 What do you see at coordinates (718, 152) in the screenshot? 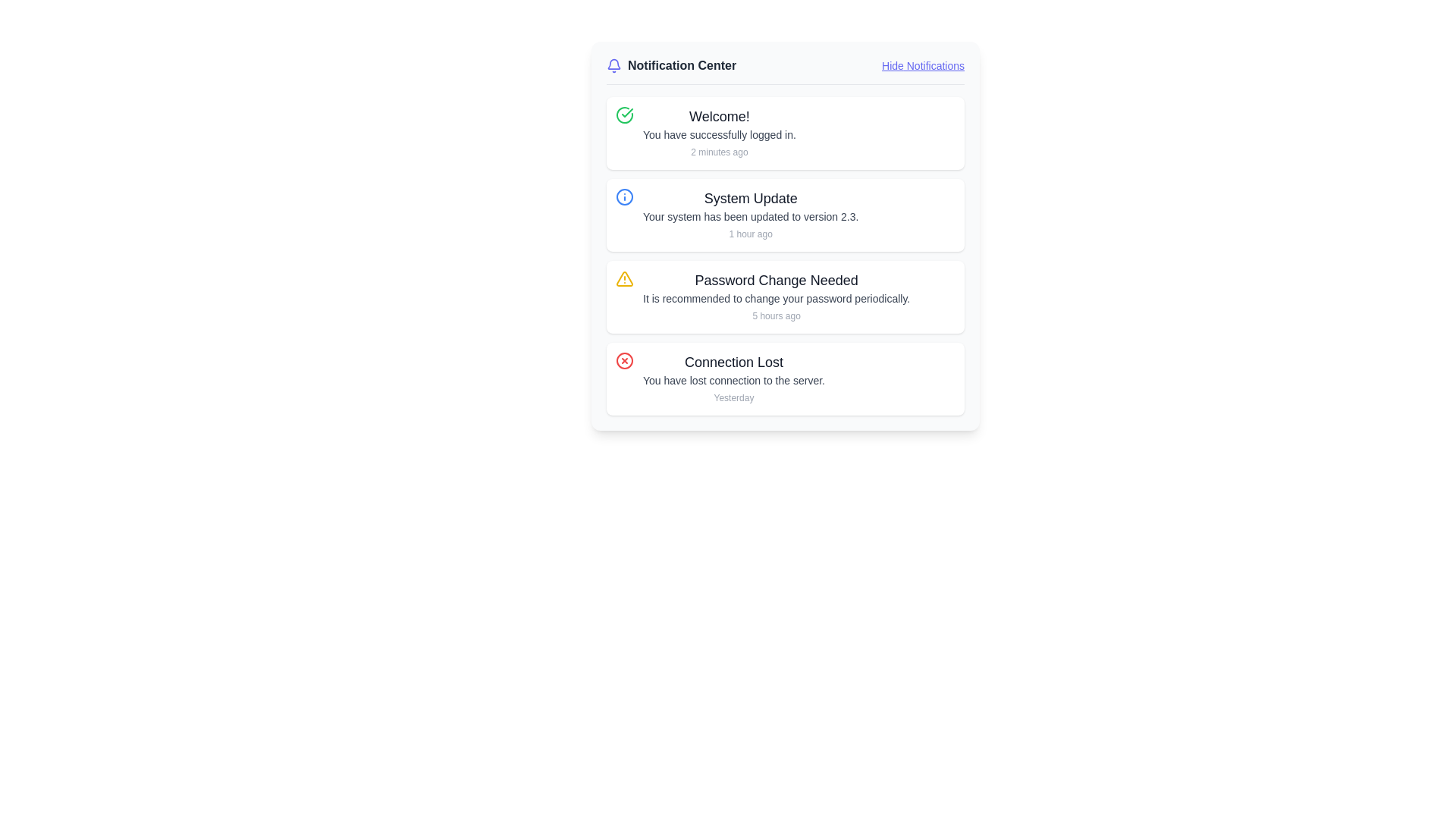
I see `displayed text from the Text Label indicating the time since the corresponding event occurred, which is located directly below the 'Welcome! You have successfully logged in.' text in the notification card` at bounding box center [718, 152].